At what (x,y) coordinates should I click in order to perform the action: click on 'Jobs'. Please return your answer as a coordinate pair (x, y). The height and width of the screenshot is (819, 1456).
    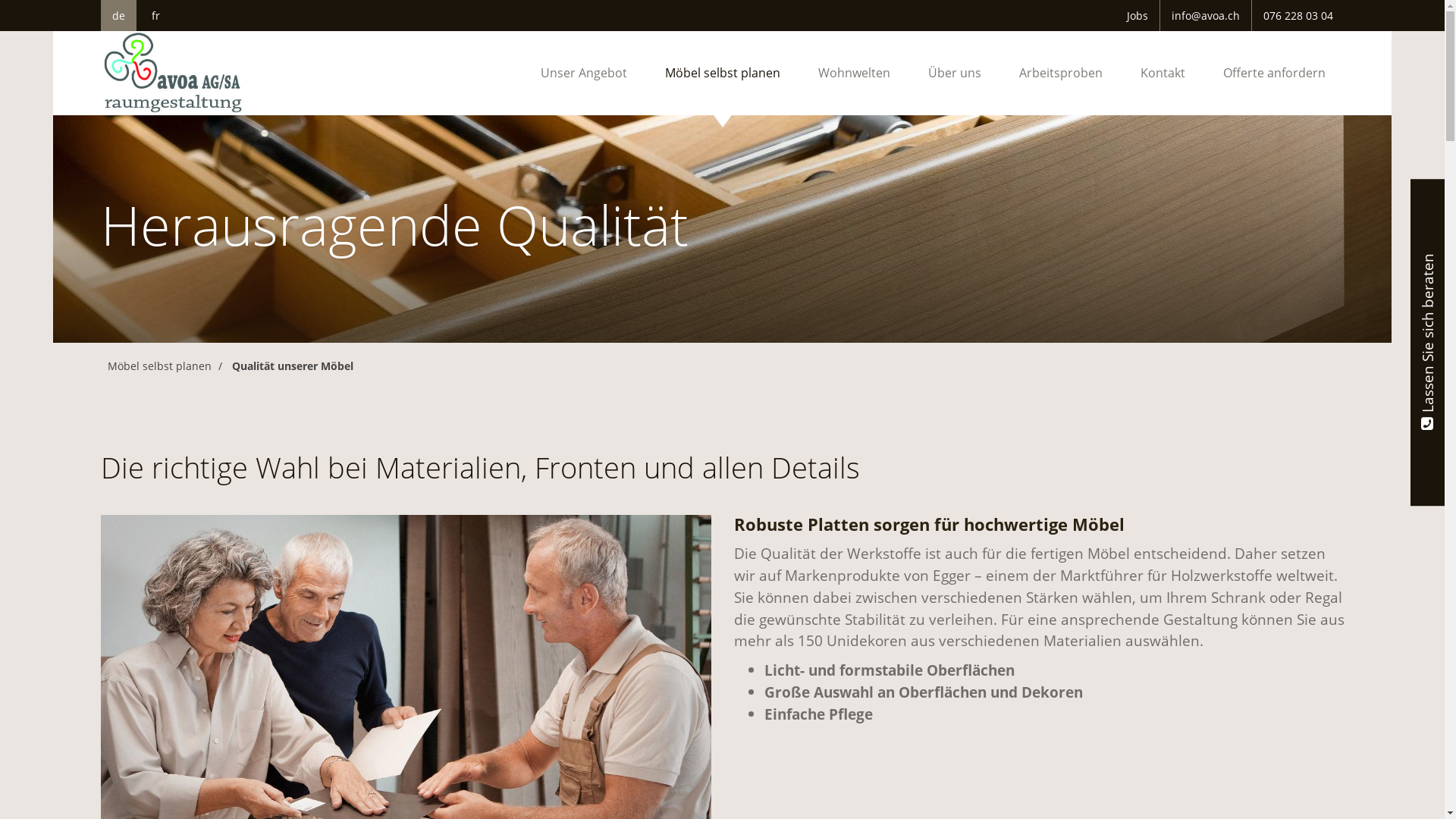
    Looking at the image, I should click on (1137, 15).